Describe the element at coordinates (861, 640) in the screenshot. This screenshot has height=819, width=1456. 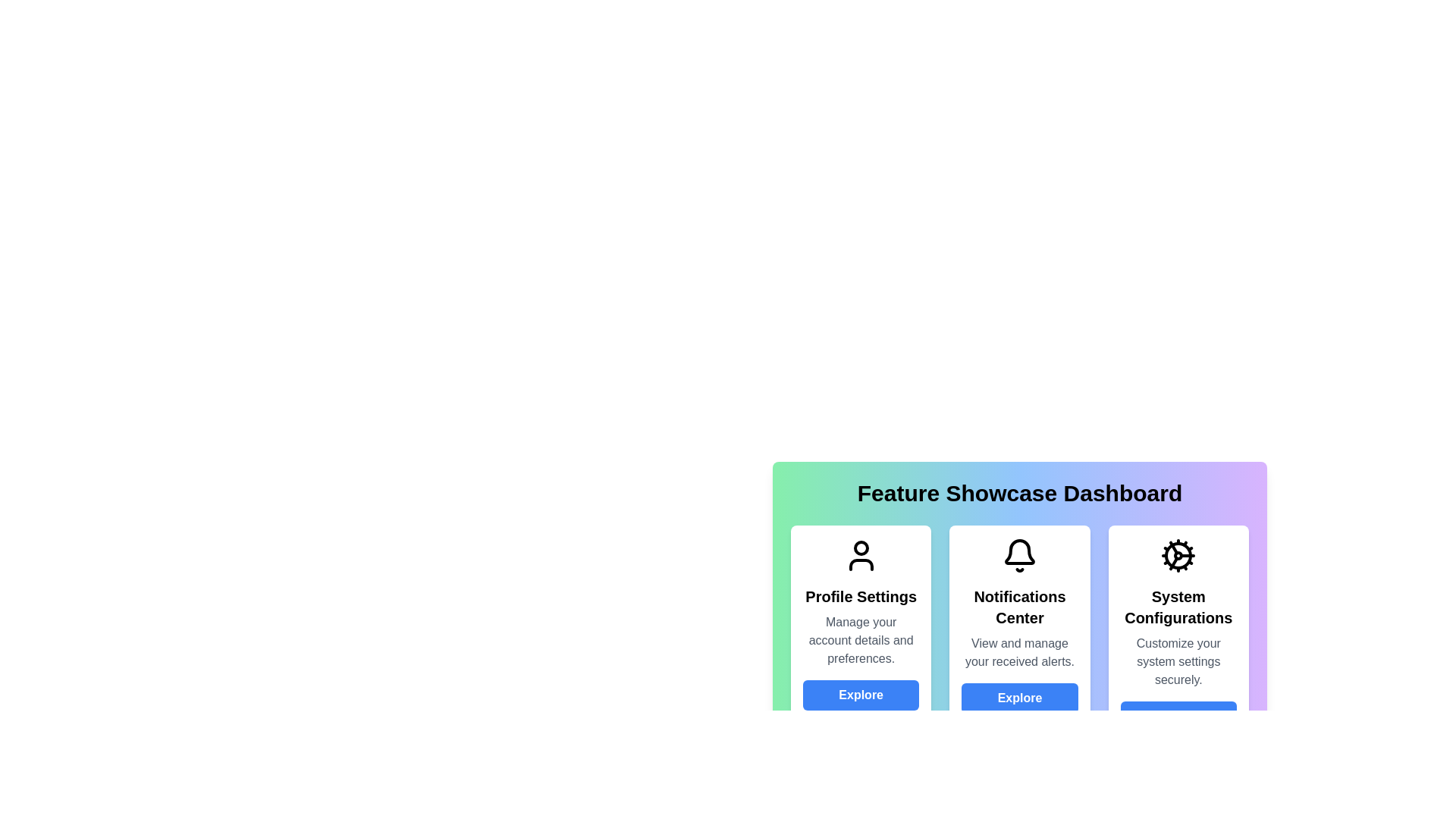
I see `the static text element that says 'Manage your account details and preferences.' which is located in the 'Profile Settings' card, below the title 'Profile Settings'` at that location.